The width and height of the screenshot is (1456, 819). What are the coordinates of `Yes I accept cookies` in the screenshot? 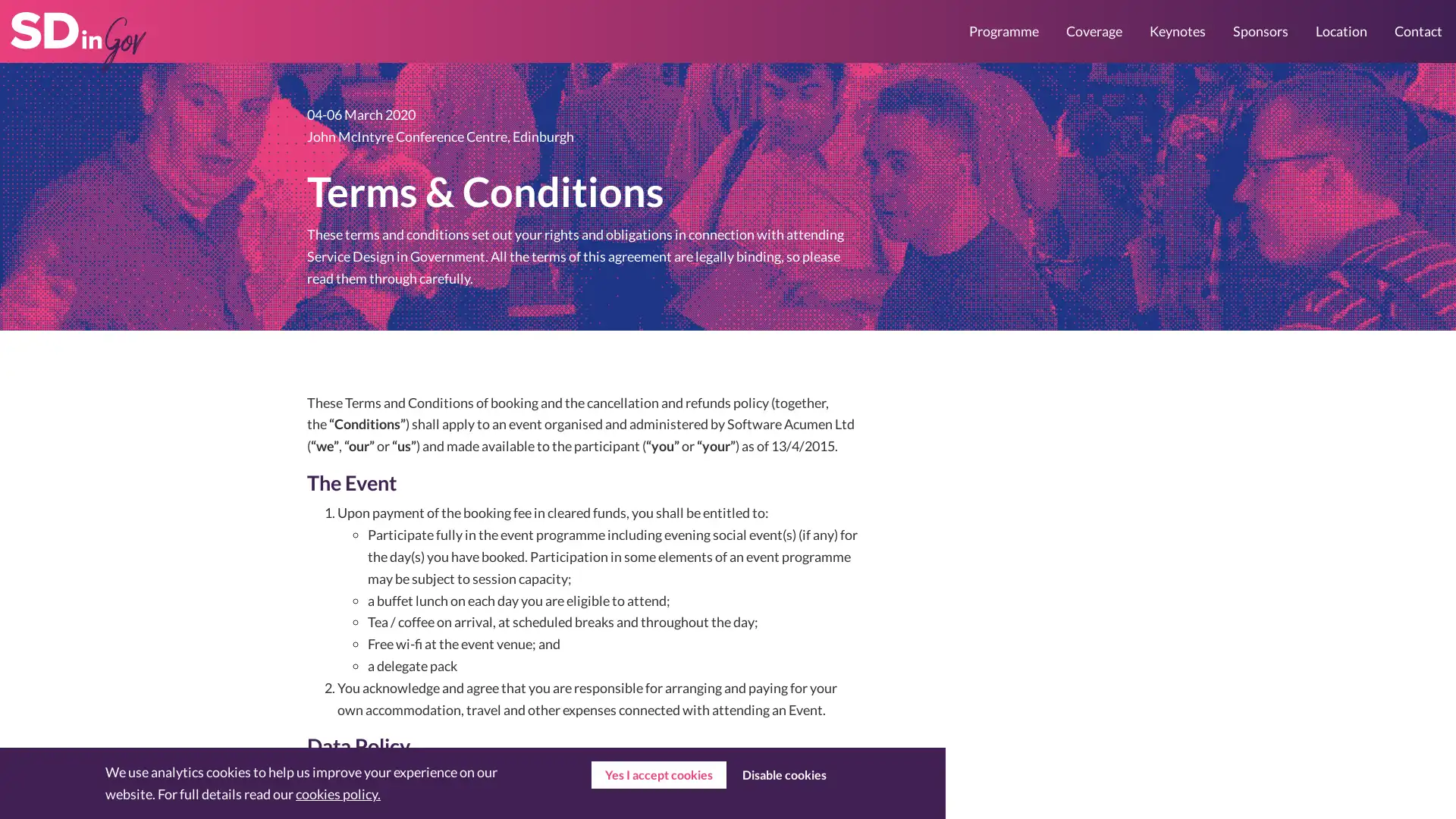 It's located at (658, 775).